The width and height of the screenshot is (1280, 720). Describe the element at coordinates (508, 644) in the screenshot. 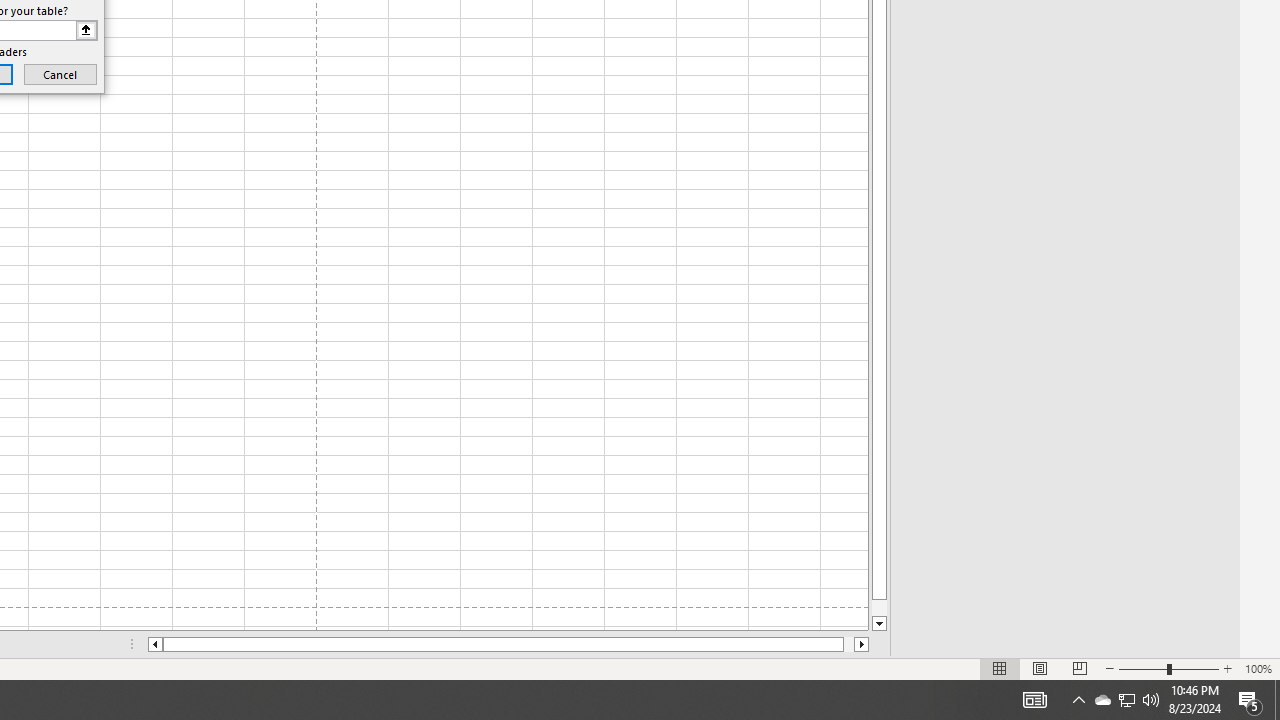

I see `'Class: NetUIScrollBar'` at that location.